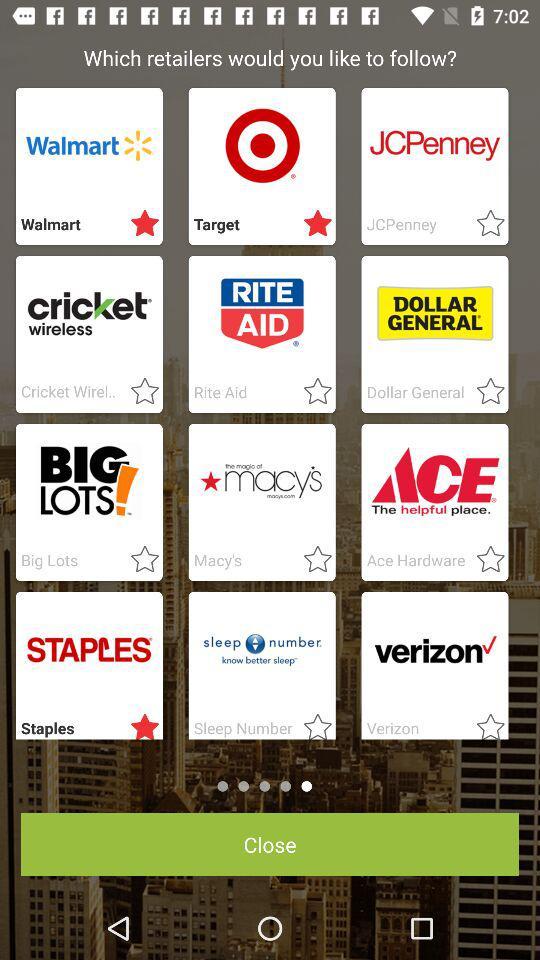 The height and width of the screenshot is (960, 540). I want to click on faverad, so click(138, 722).